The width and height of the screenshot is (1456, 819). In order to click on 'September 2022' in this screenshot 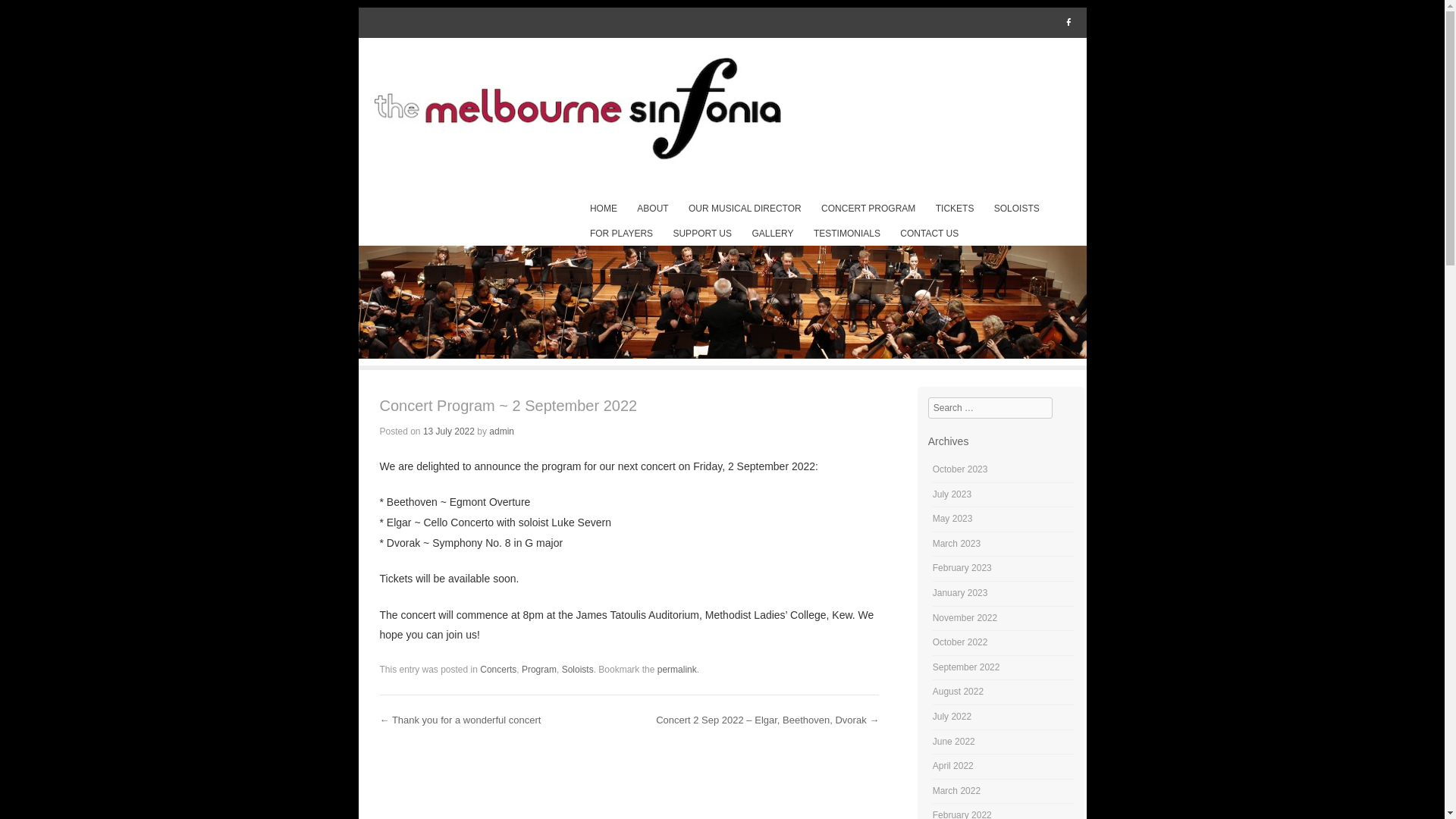, I will do `click(931, 666)`.